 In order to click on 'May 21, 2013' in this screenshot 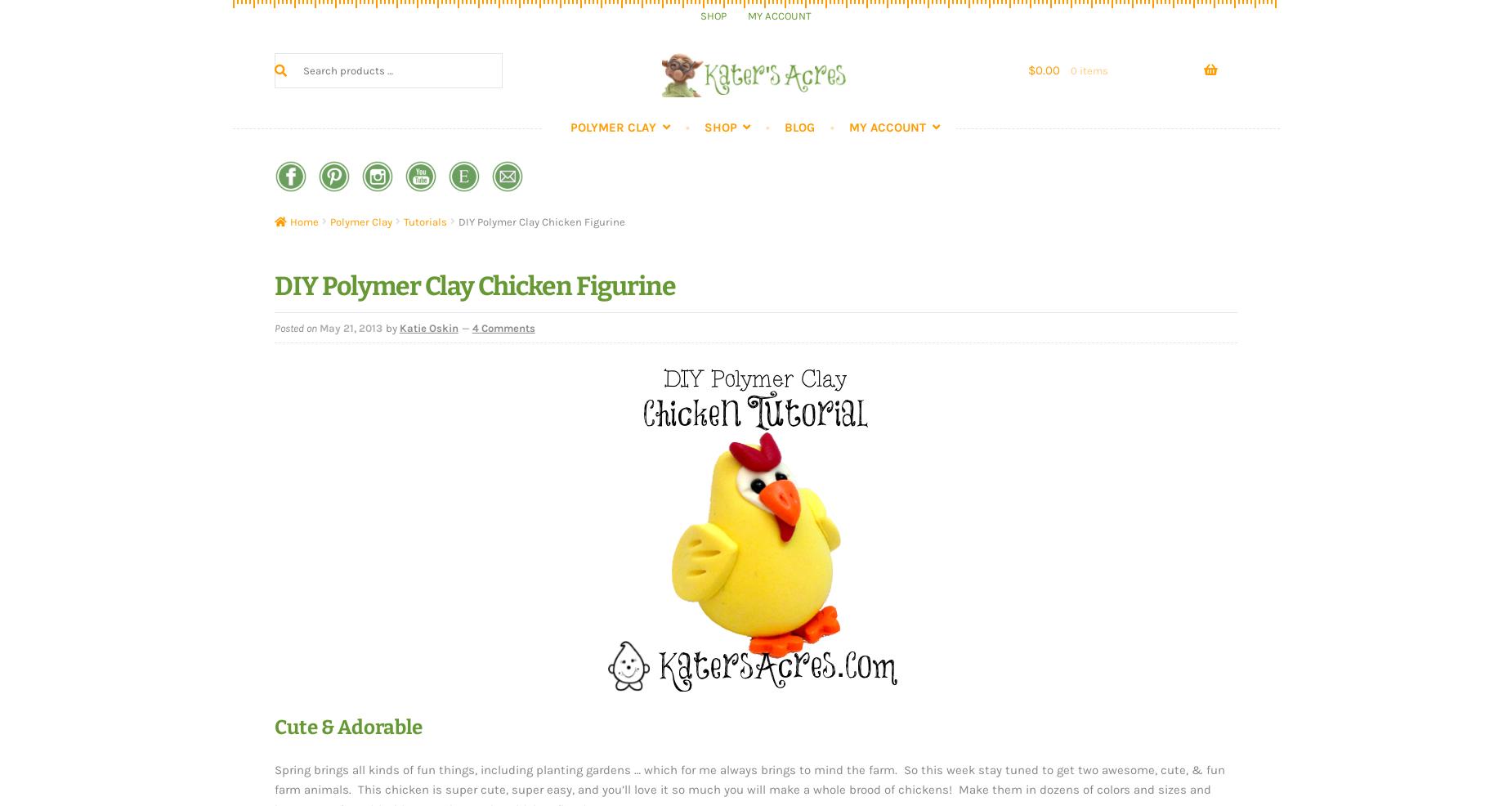, I will do `click(349, 326)`.